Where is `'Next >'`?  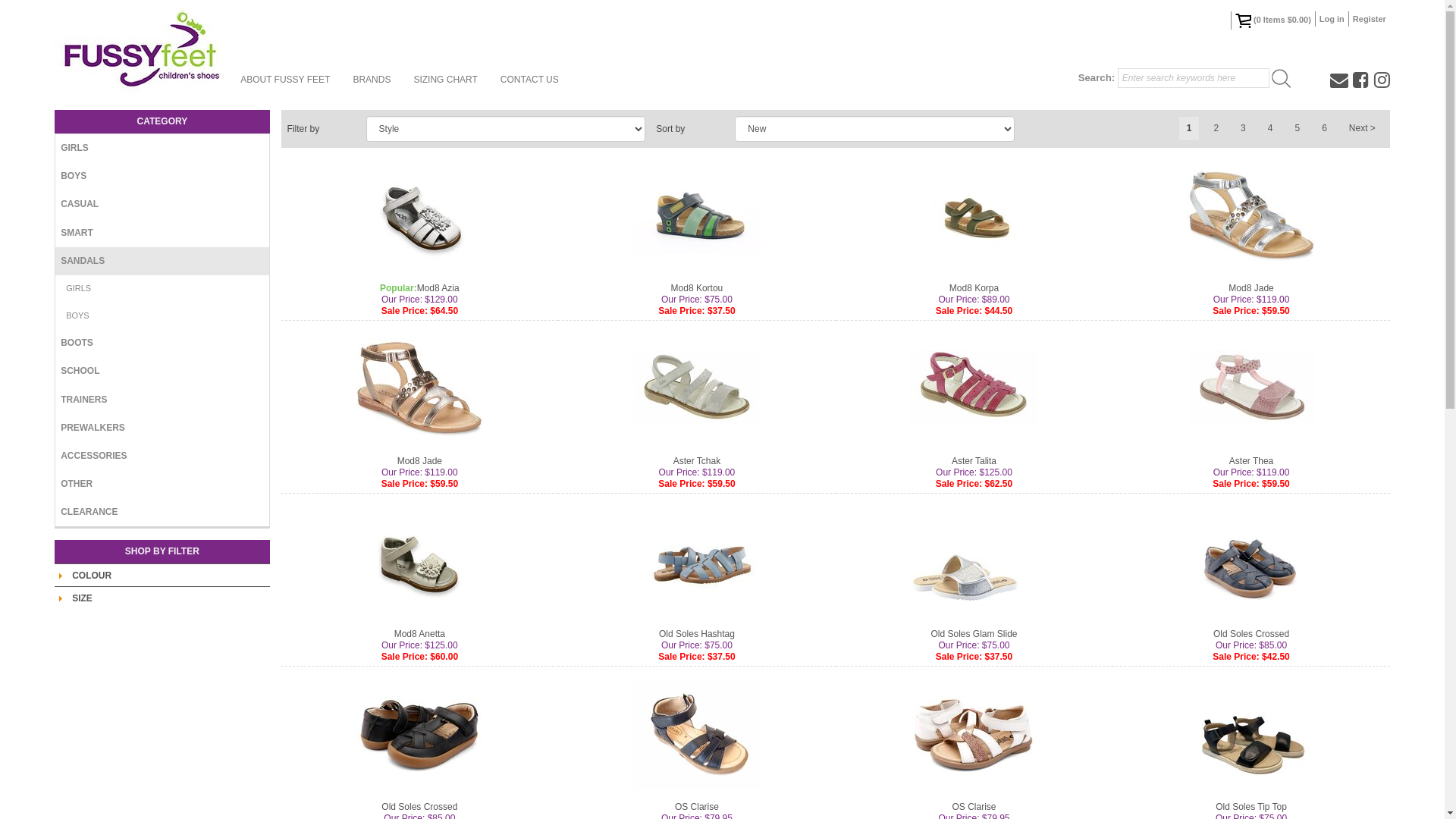
'Next >' is located at coordinates (1362, 127).